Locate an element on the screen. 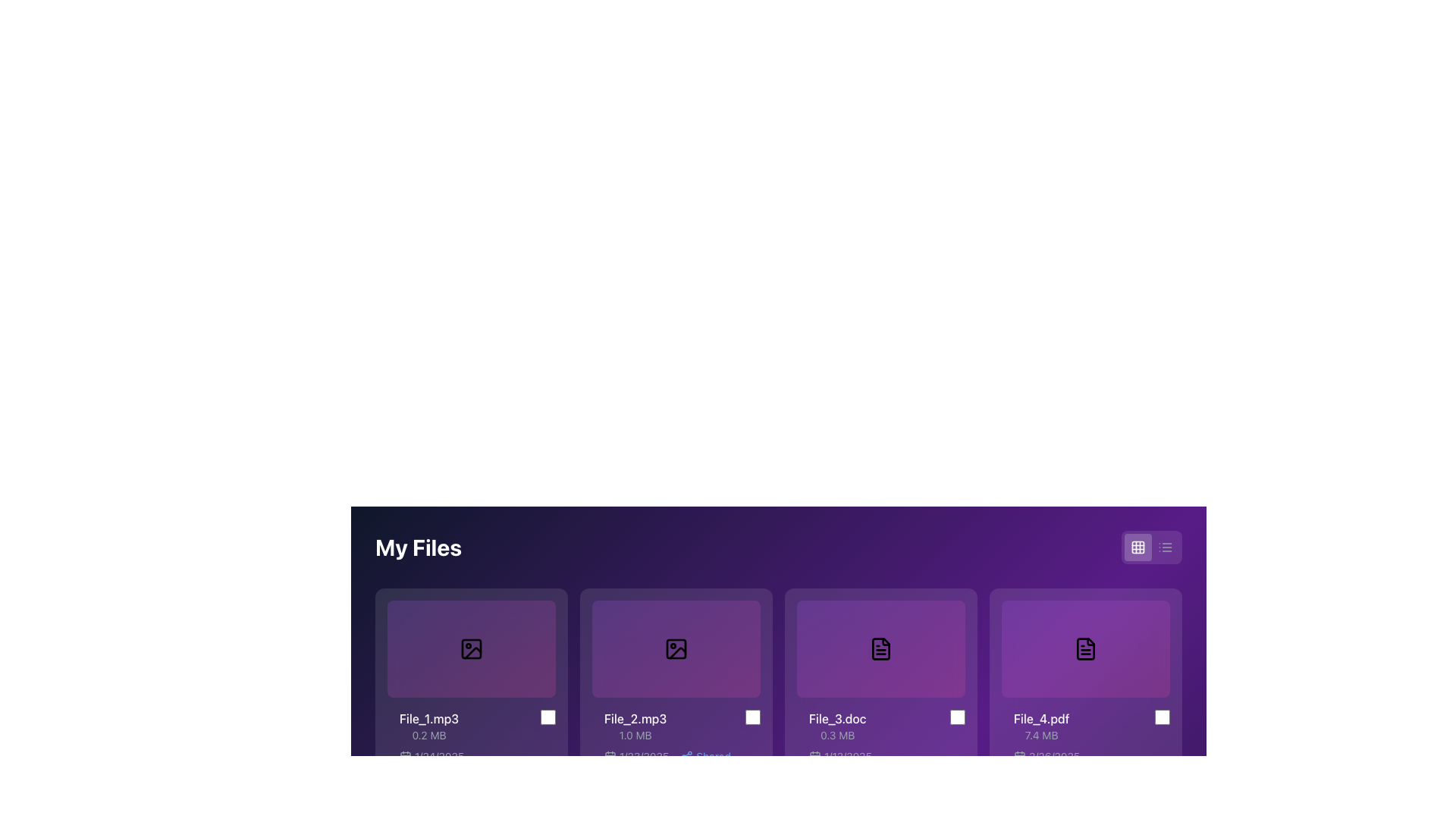 Image resolution: width=1456 pixels, height=819 pixels. the grid icon on the toggle control located at the top-right corner of the 'My Files' section to switch to grid view is located at coordinates (1151, 547).